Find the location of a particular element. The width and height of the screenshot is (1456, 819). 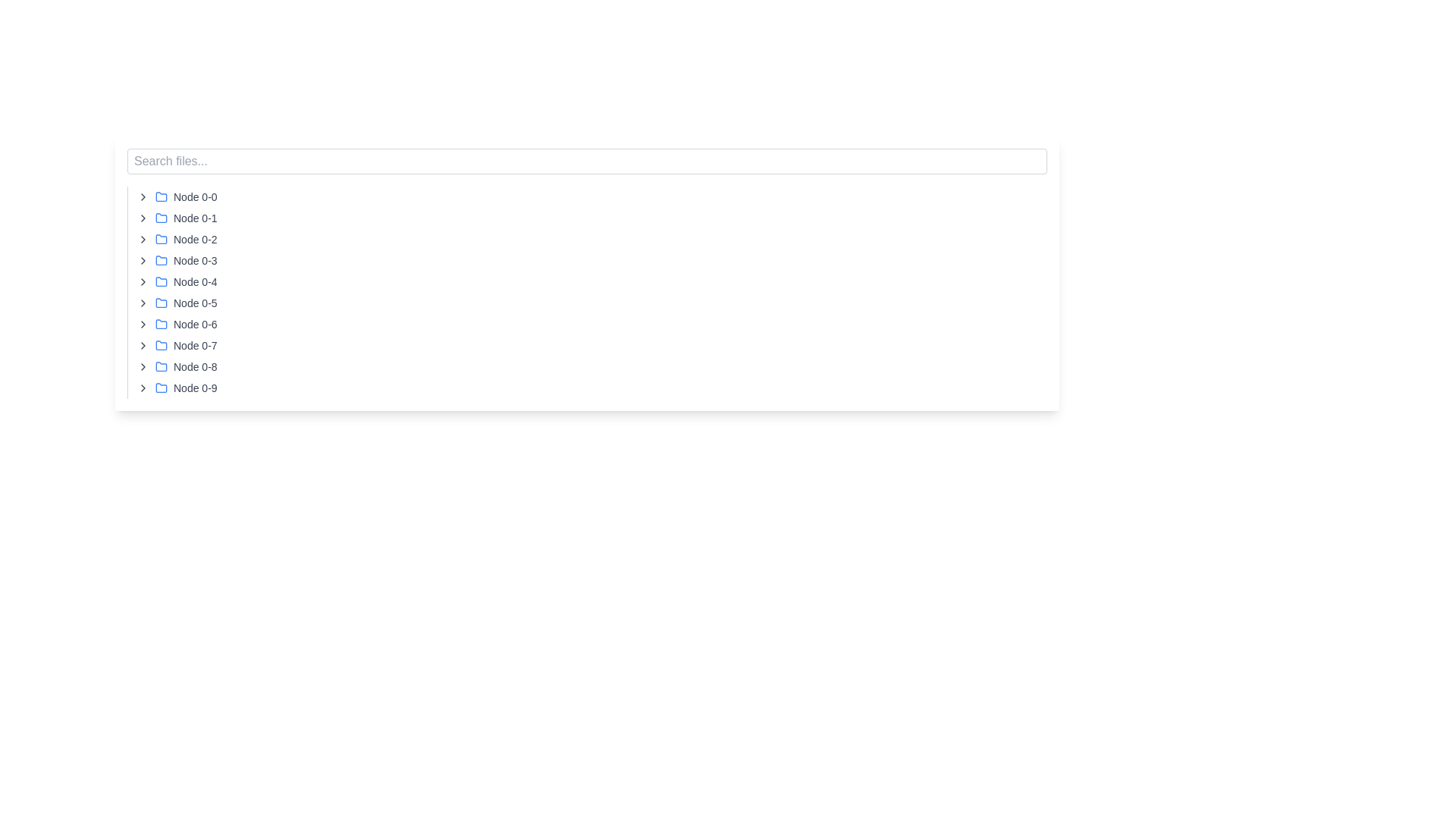

the folder icon located in the seventh entry labeled 'Node 0-7' is located at coordinates (161, 345).